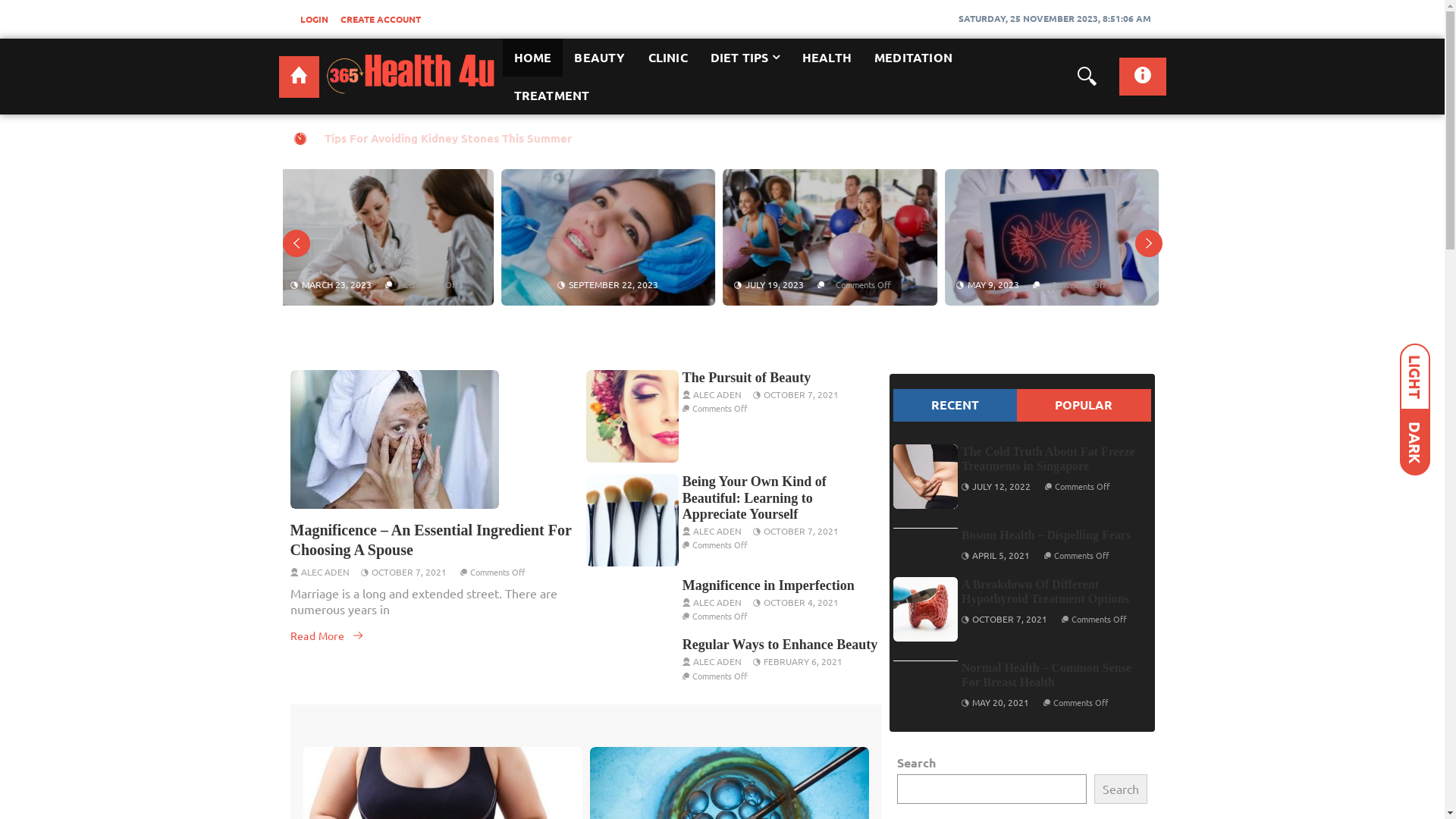 This screenshot has height=819, width=1456. I want to click on 'A Breakdown Of Different Hypothyroid Treatment Options', so click(1044, 590).